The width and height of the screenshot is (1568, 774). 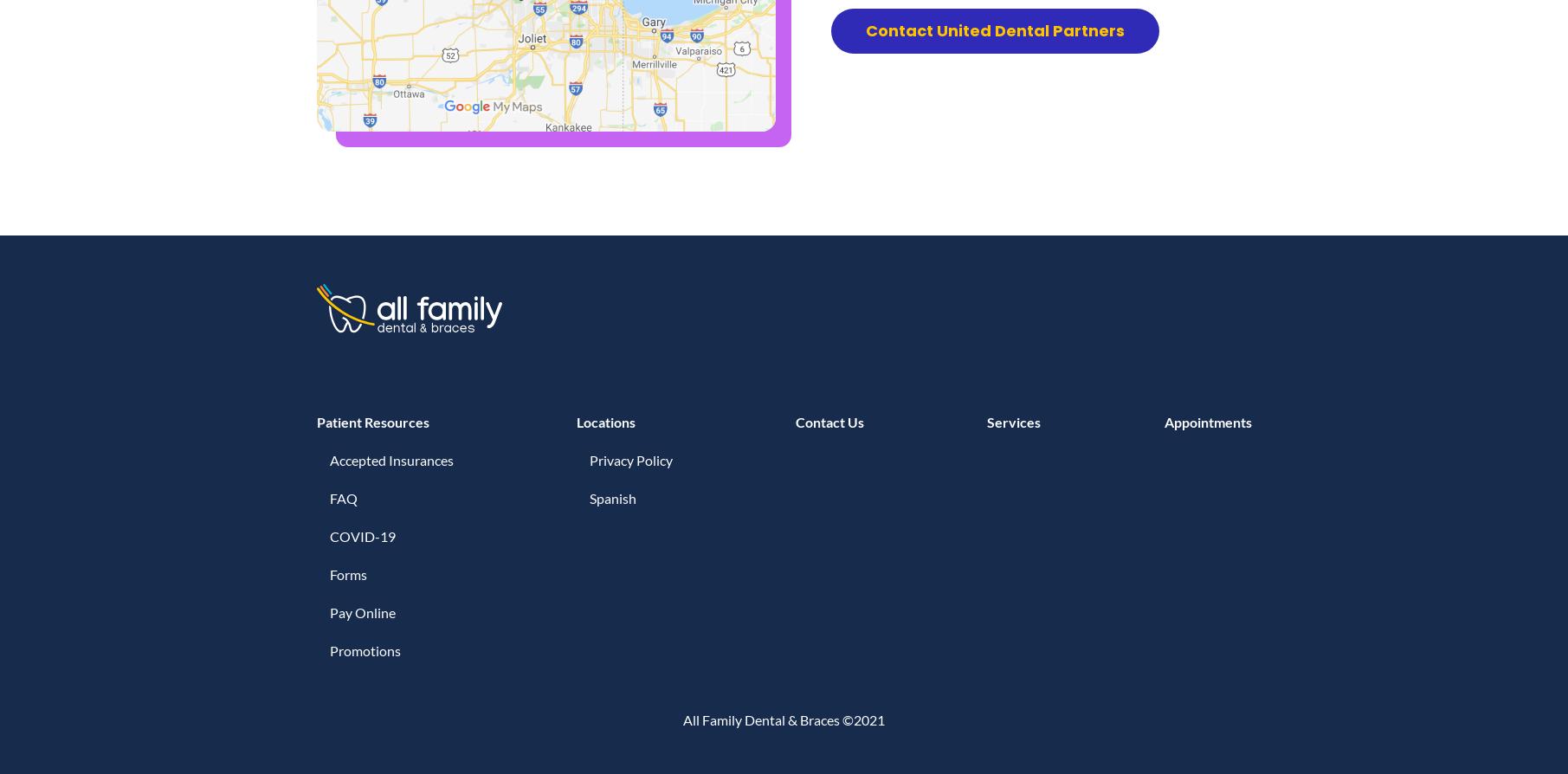 I want to click on 'Promotions', so click(x=365, y=649).